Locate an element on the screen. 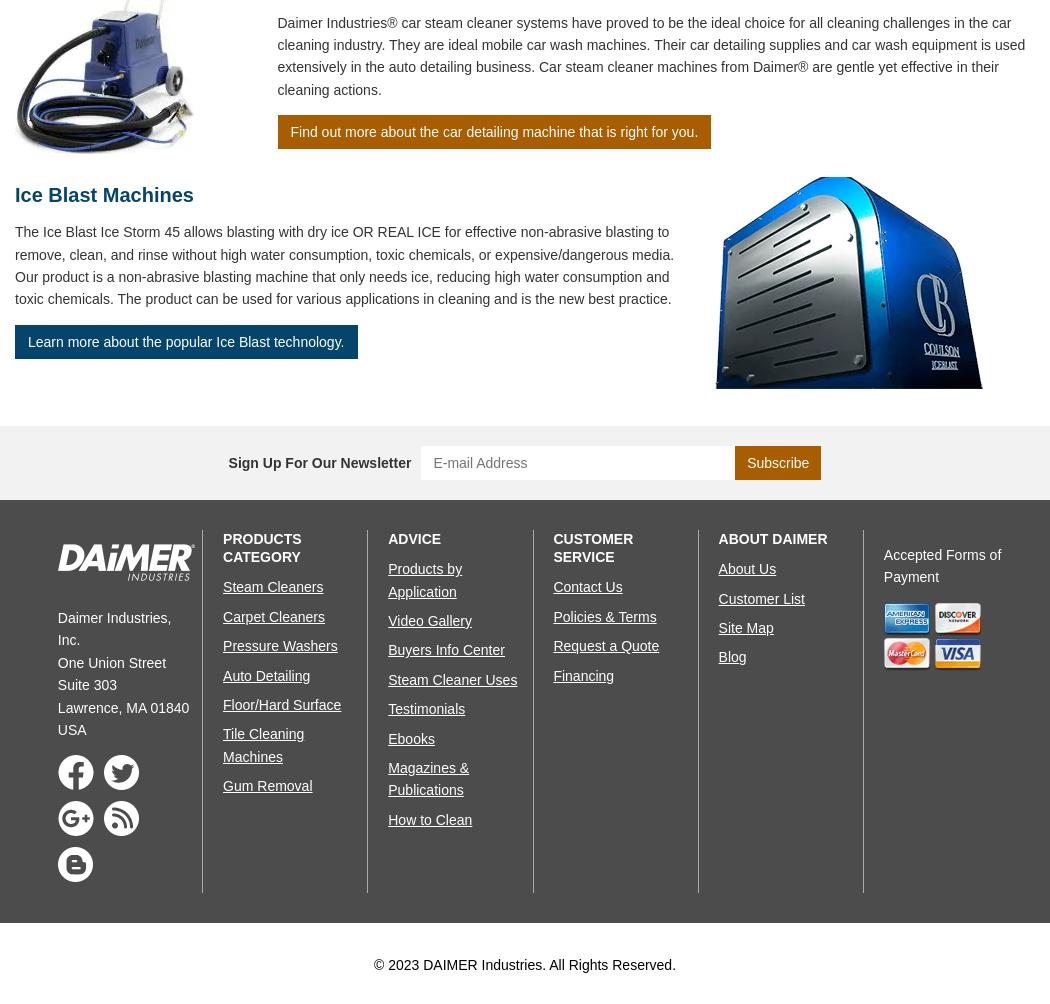  'Ice Blast Machines' is located at coordinates (112, 193).